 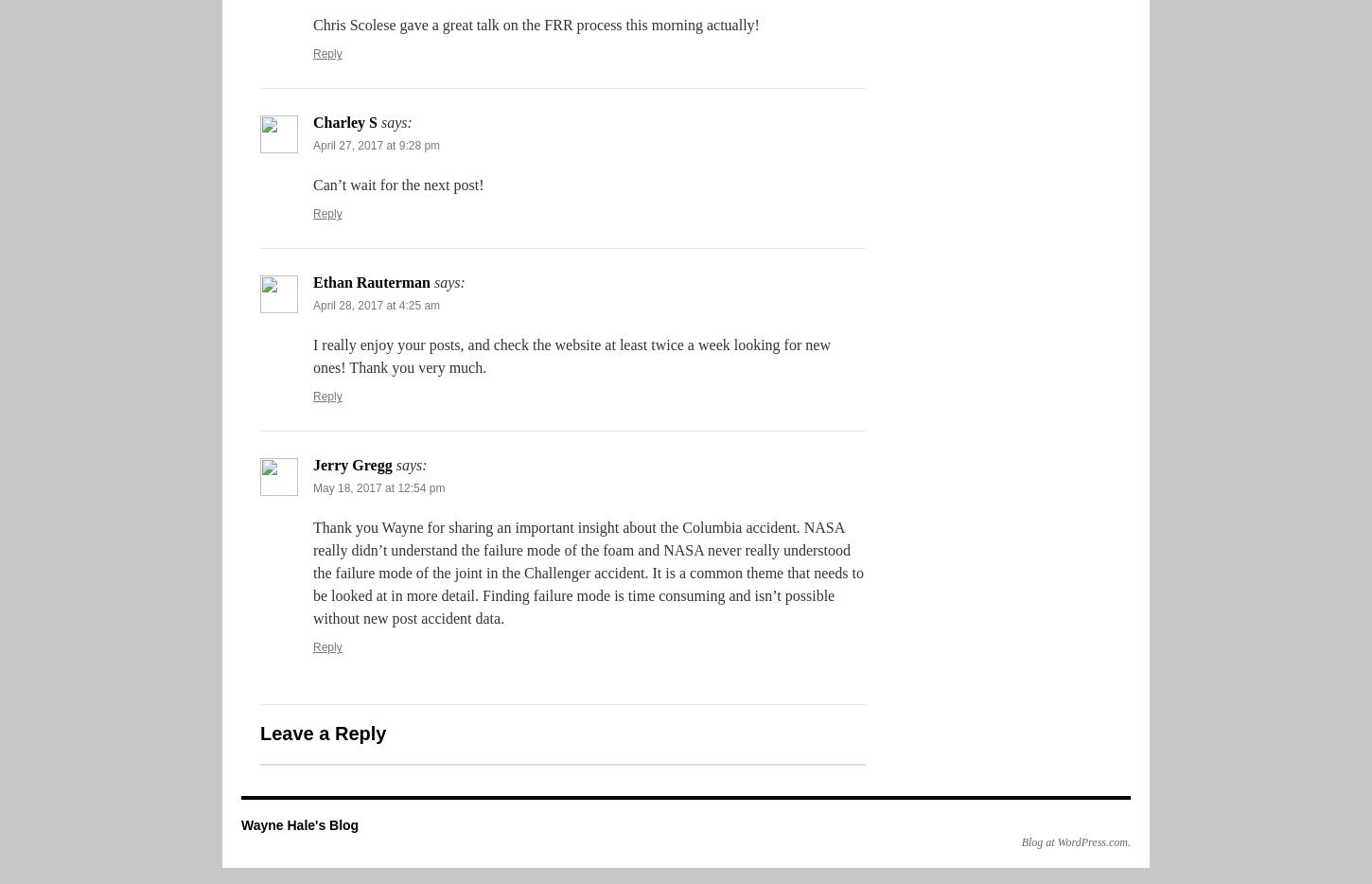 What do you see at coordinates (323, 733) in the screenshot?
I see `'Leave a Reply'` at bounding box center [323, 733].